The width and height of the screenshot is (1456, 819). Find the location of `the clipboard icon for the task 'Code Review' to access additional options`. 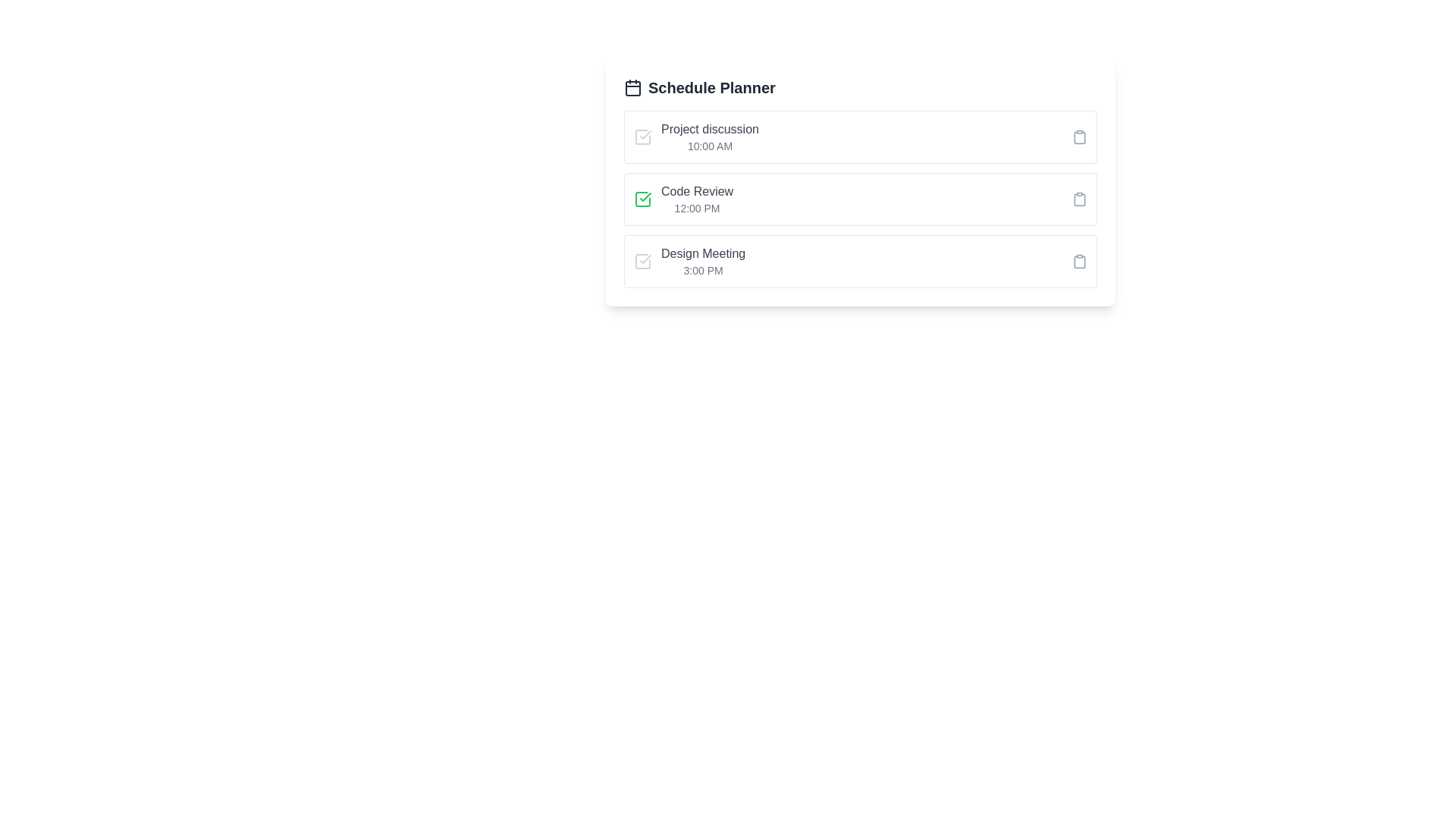

the clipboard icon for the task 'Code Review' to access additional options is located at coordinates (1079, 198).